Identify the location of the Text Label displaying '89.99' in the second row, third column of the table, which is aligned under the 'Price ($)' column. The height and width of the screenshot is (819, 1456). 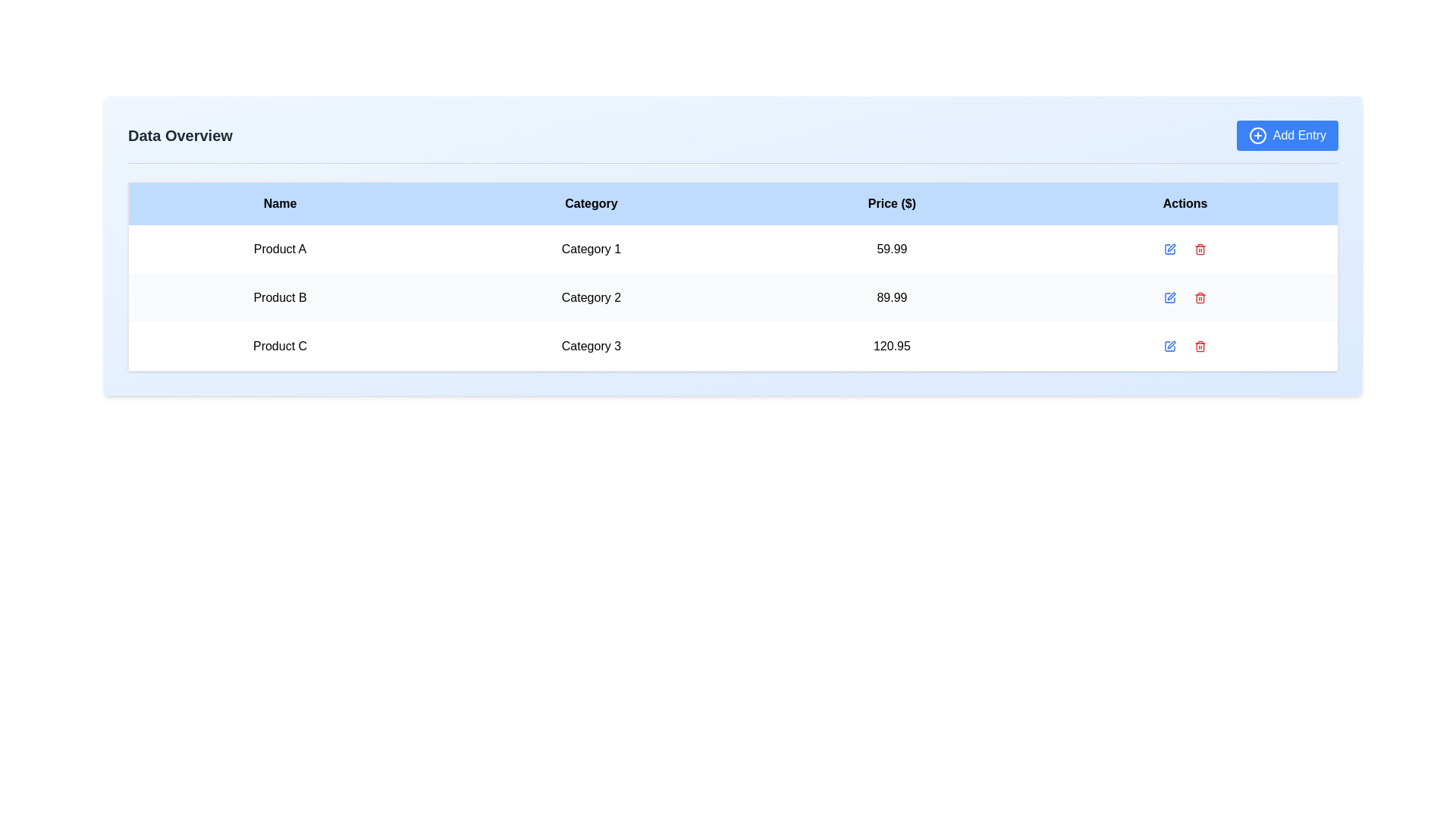
(892, 298).